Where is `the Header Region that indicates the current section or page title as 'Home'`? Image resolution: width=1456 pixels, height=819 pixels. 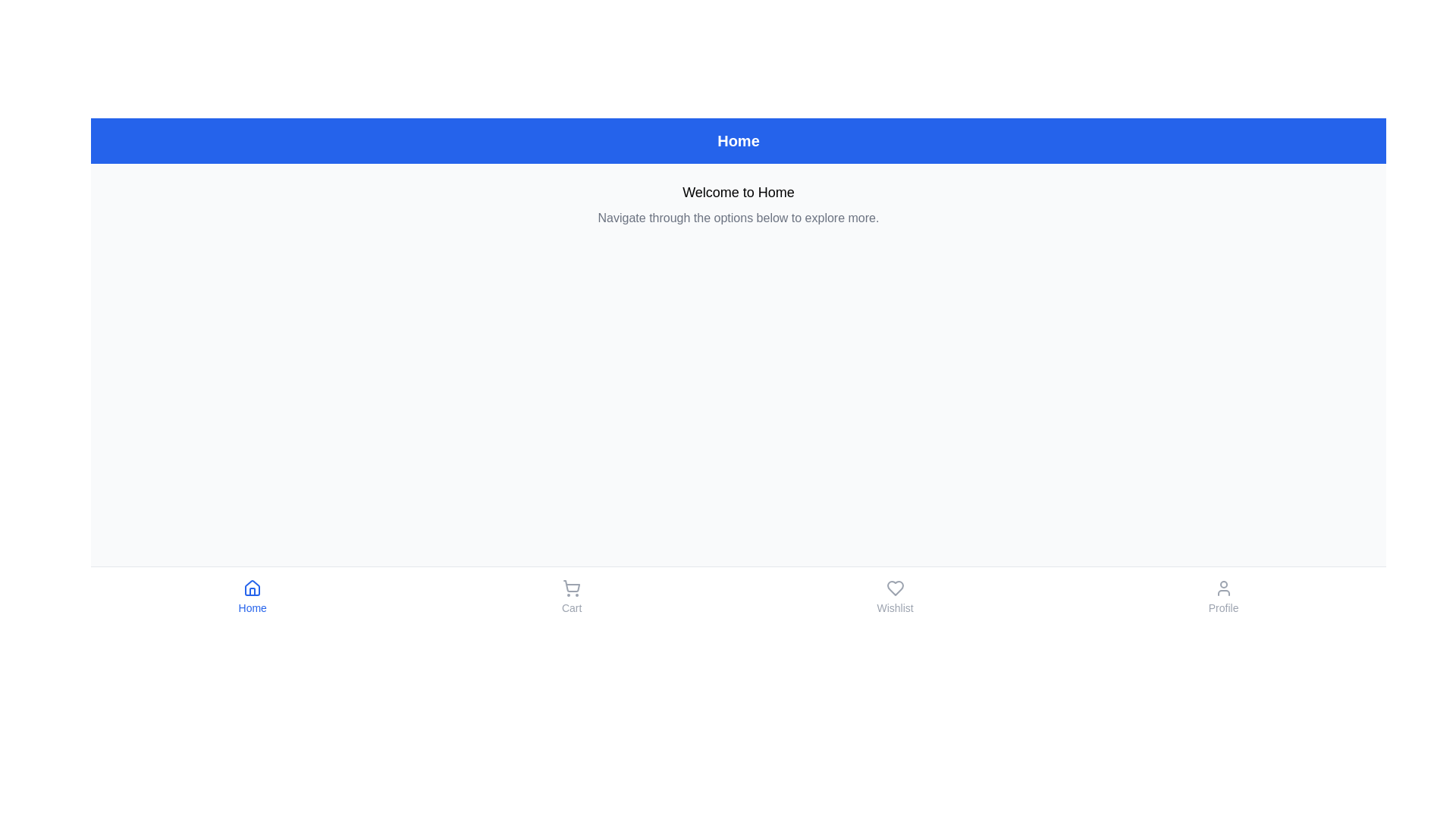 the Header Region that indicates the current section or page title as 'Home' is located at coordinates (739, 140).